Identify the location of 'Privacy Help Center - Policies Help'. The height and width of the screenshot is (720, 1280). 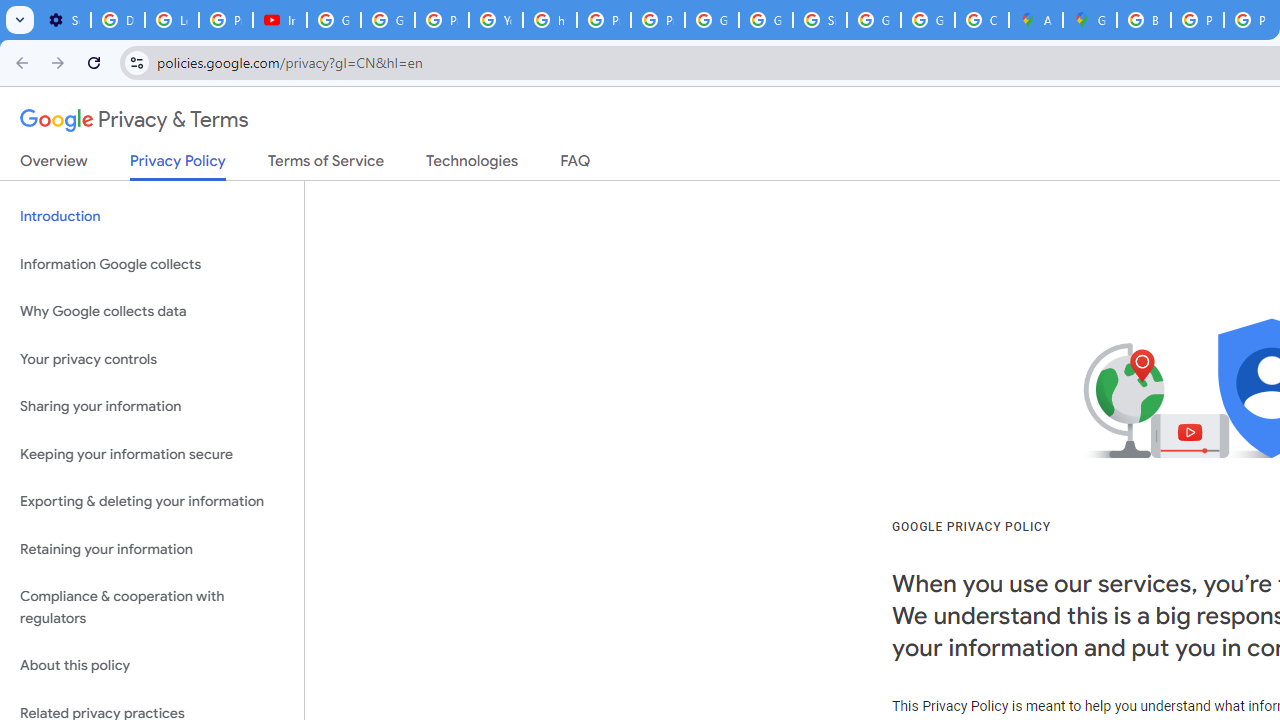
(1197, 20).